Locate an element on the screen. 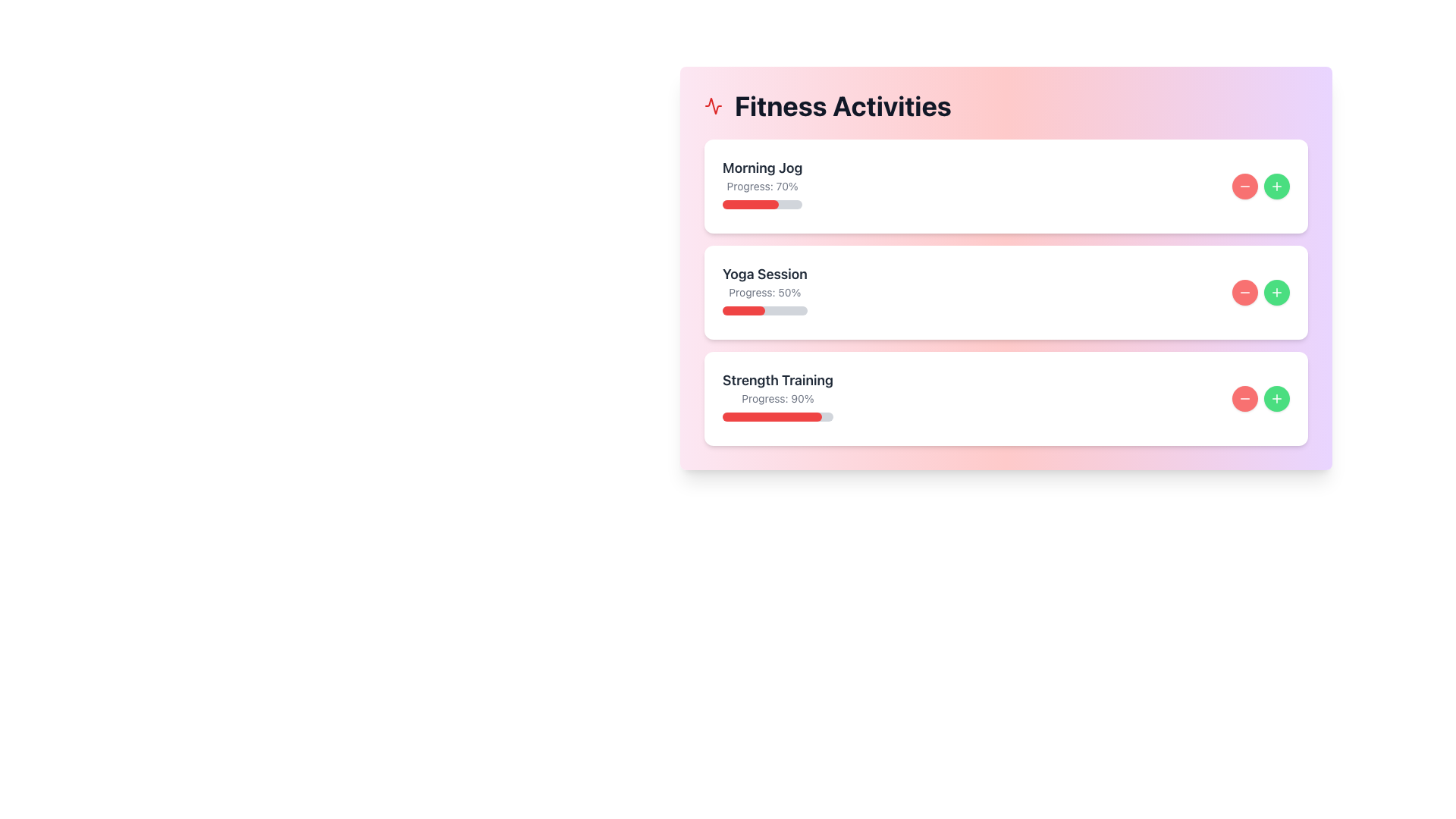  the text label displaying 'Progress: 50%', which is located directly below the 'Yoga Session' title within the middle card of the 'Fitness Activities' section is located at coordinates (764, 292).